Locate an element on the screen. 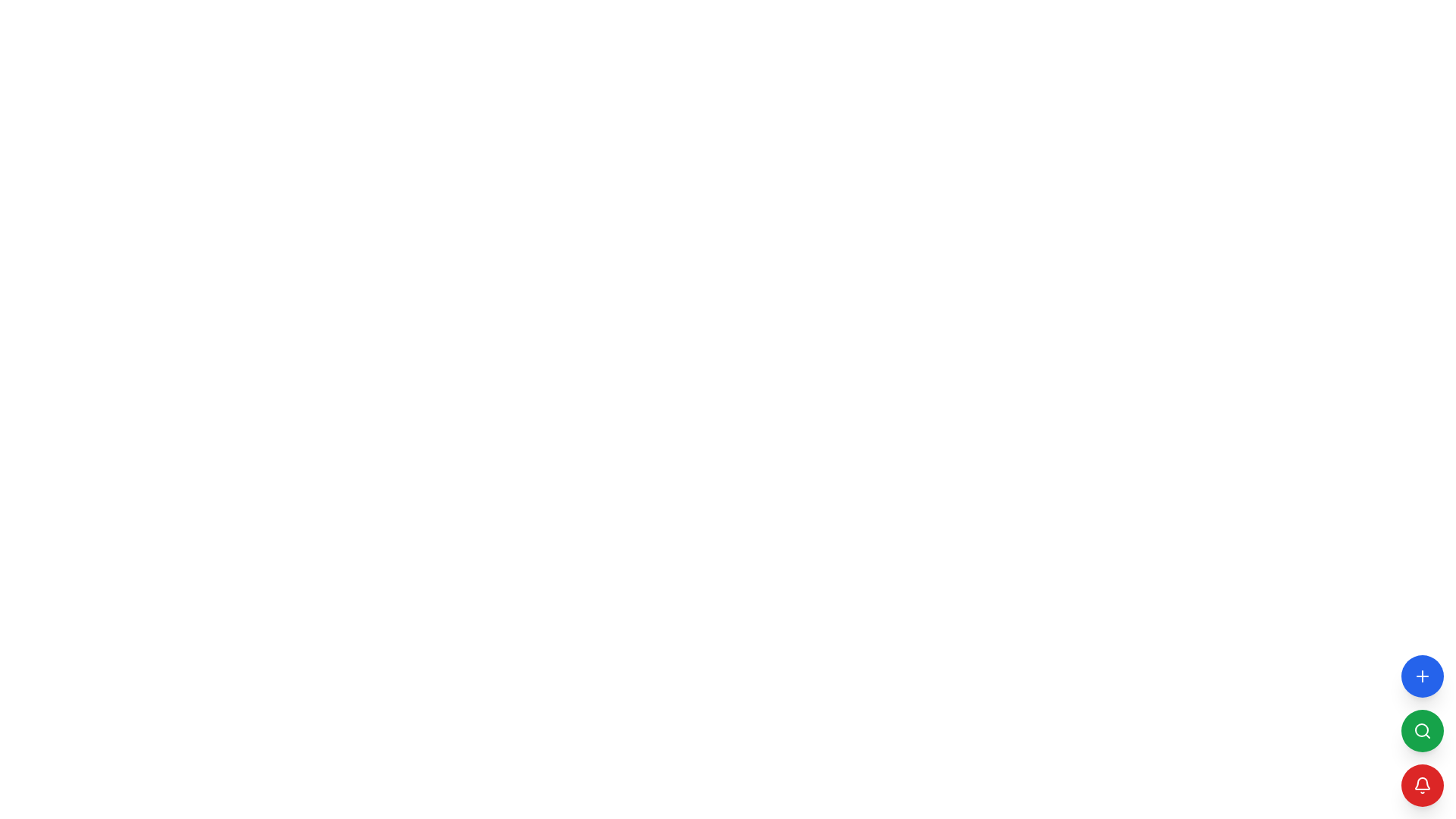  the first circular SVG element that is part of a magnifying glass icon, located near the lens area of the icon is located at coordinates (1421, 730).